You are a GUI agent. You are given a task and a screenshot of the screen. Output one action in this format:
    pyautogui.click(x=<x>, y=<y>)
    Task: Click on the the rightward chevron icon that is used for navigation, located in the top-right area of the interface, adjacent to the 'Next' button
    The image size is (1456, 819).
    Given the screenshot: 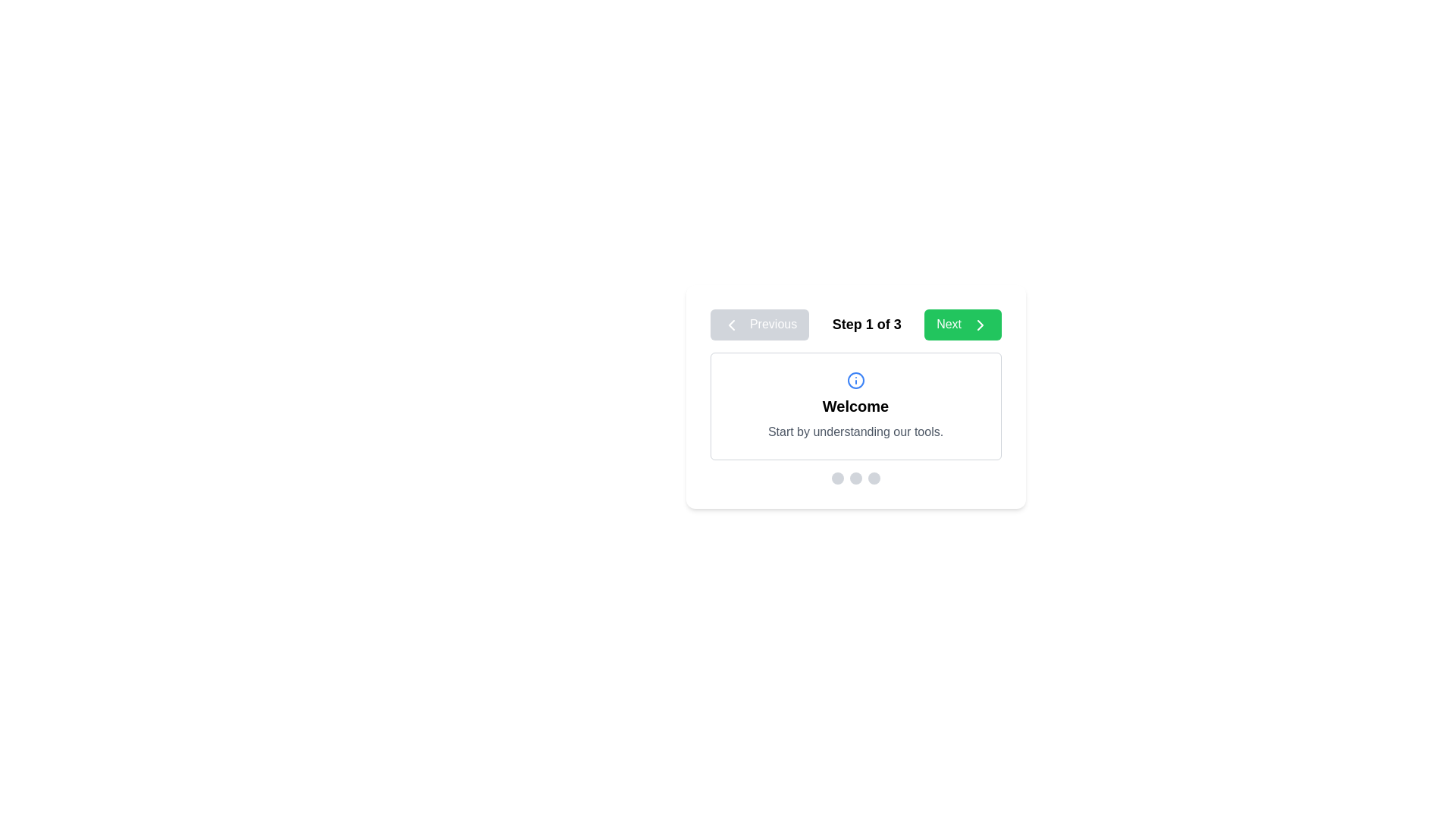 What is the action you would take?
    pyautogui.click(x=980, y=324)
    